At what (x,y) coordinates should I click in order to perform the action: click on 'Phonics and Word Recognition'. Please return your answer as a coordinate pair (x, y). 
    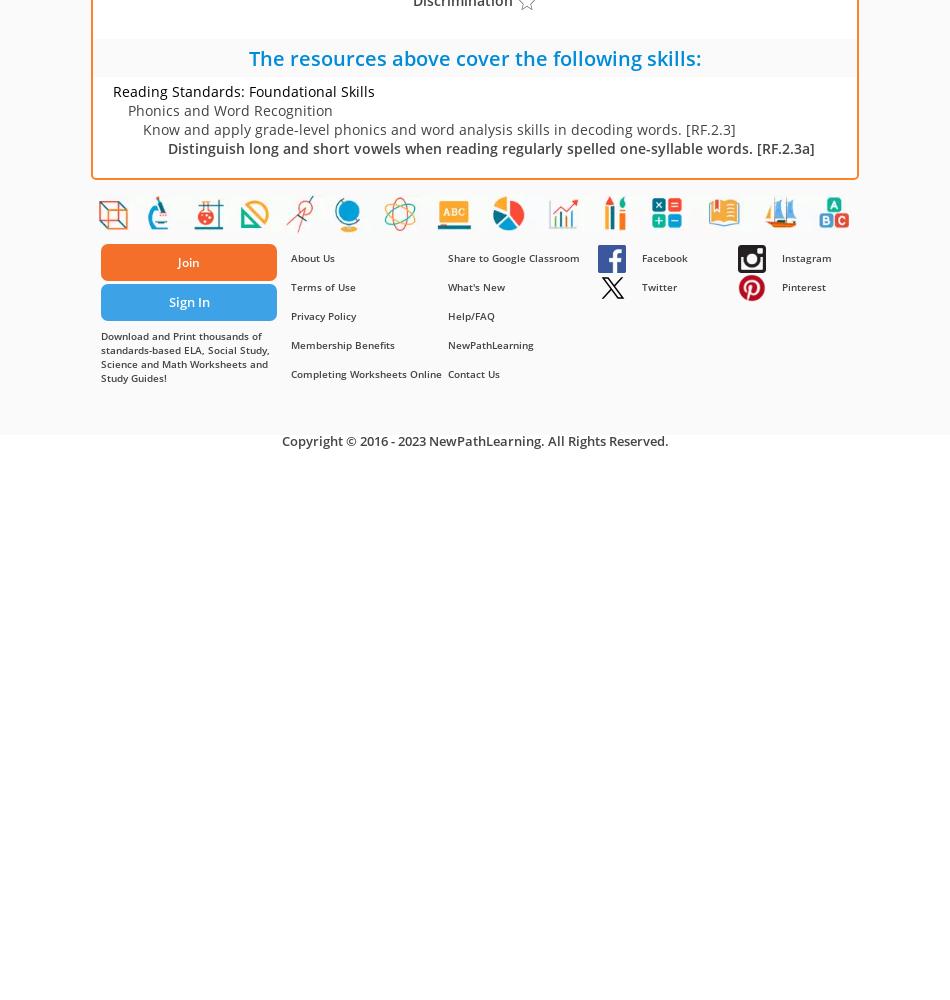
    Looking at the image, I should click on (230, 109).